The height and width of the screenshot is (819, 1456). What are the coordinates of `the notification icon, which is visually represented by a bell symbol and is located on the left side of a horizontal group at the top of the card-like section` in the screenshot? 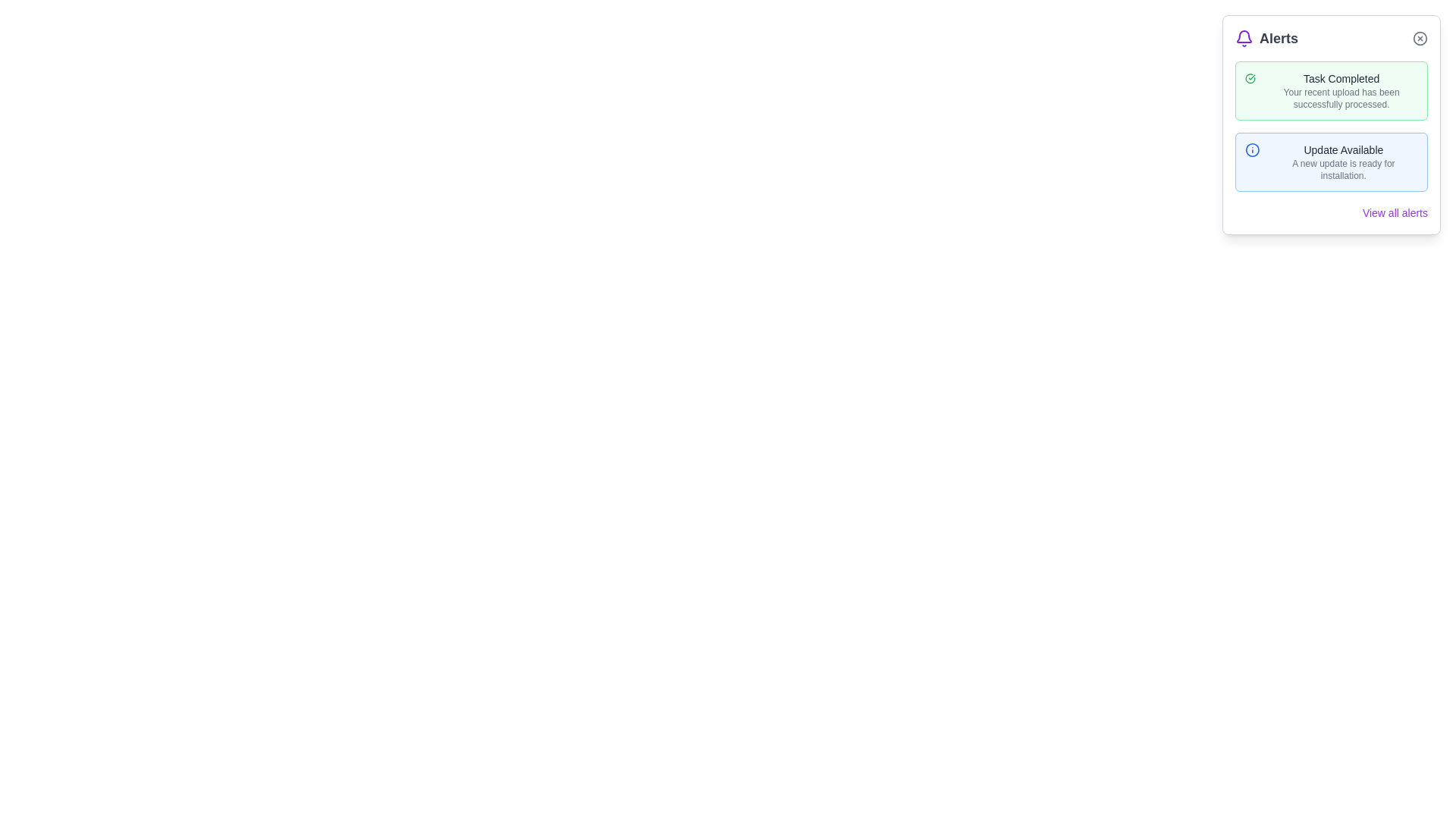 It's located at (1244, 37).